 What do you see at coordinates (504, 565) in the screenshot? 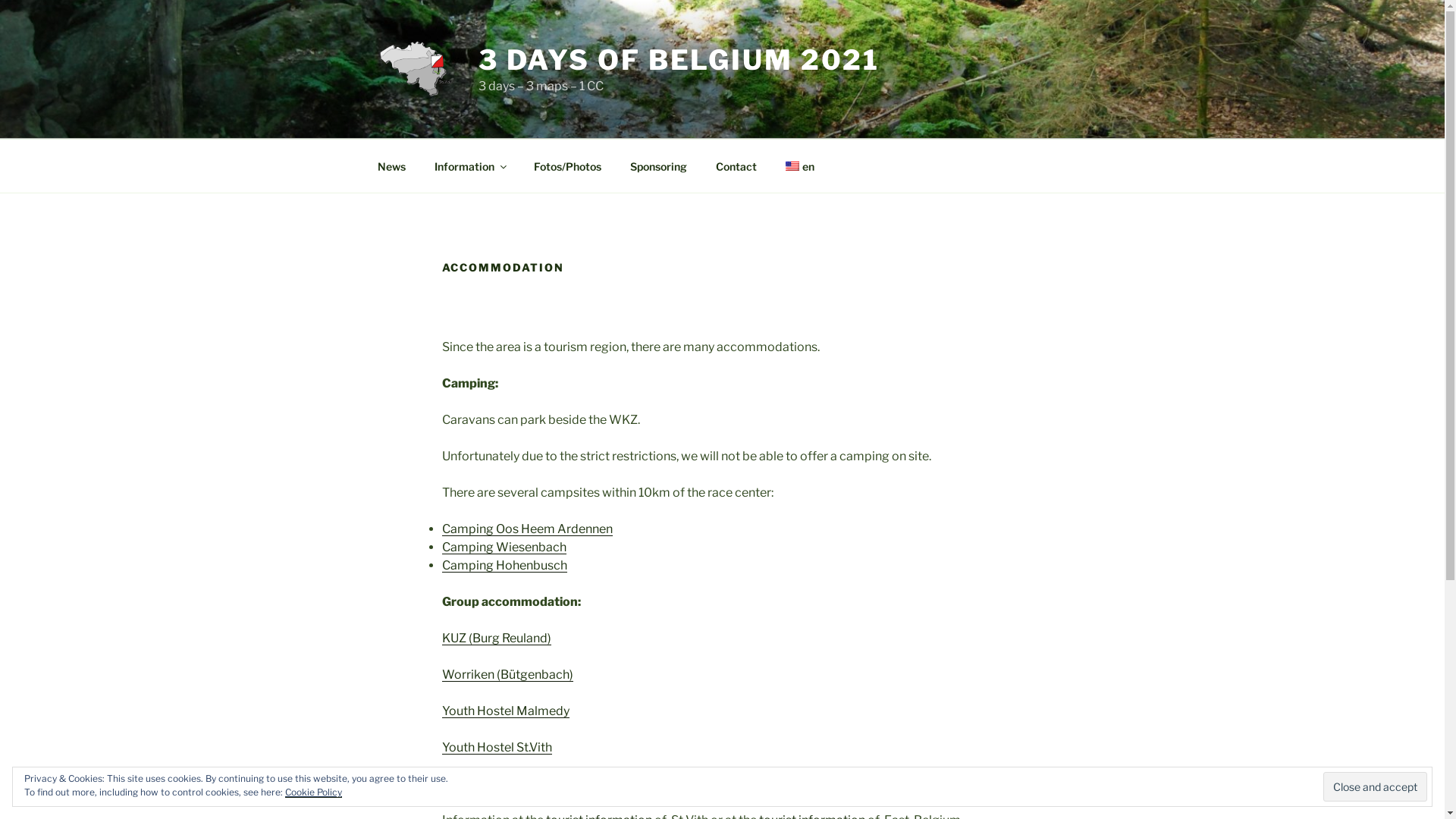
I see `'Camping Hohenbusch'` at bounding box center [504, 565].